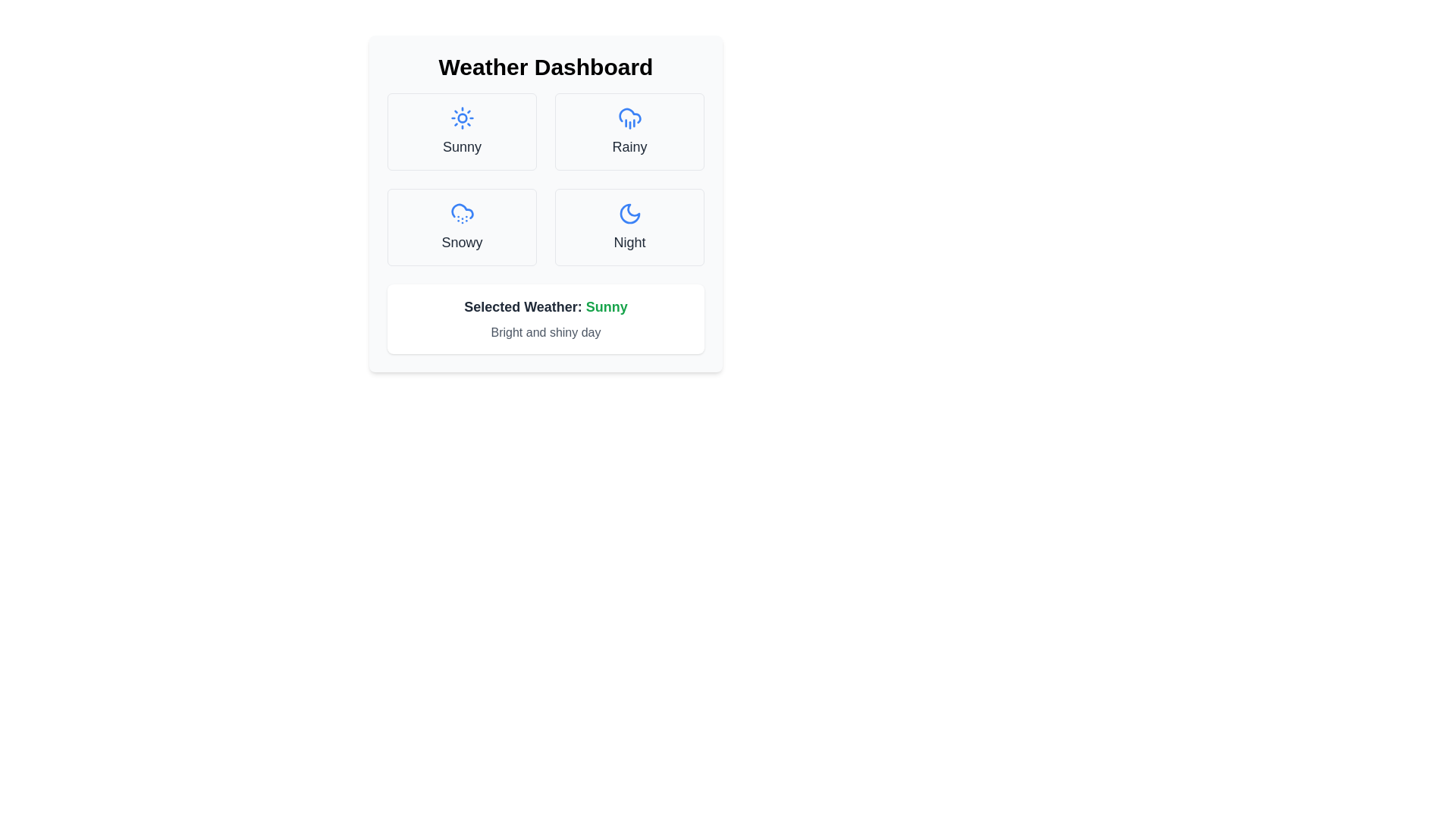 The width and height of the screenshot is (1456, 819). What do you see at coordinates (629, 117) in the screenshot?
I see `the cloud icon with blue rain drops, which is the second item in the top row of weather options on the 'Weather Dashboard' panel, positioned above the text 'Rainy'` at bounding box center [629, 117].